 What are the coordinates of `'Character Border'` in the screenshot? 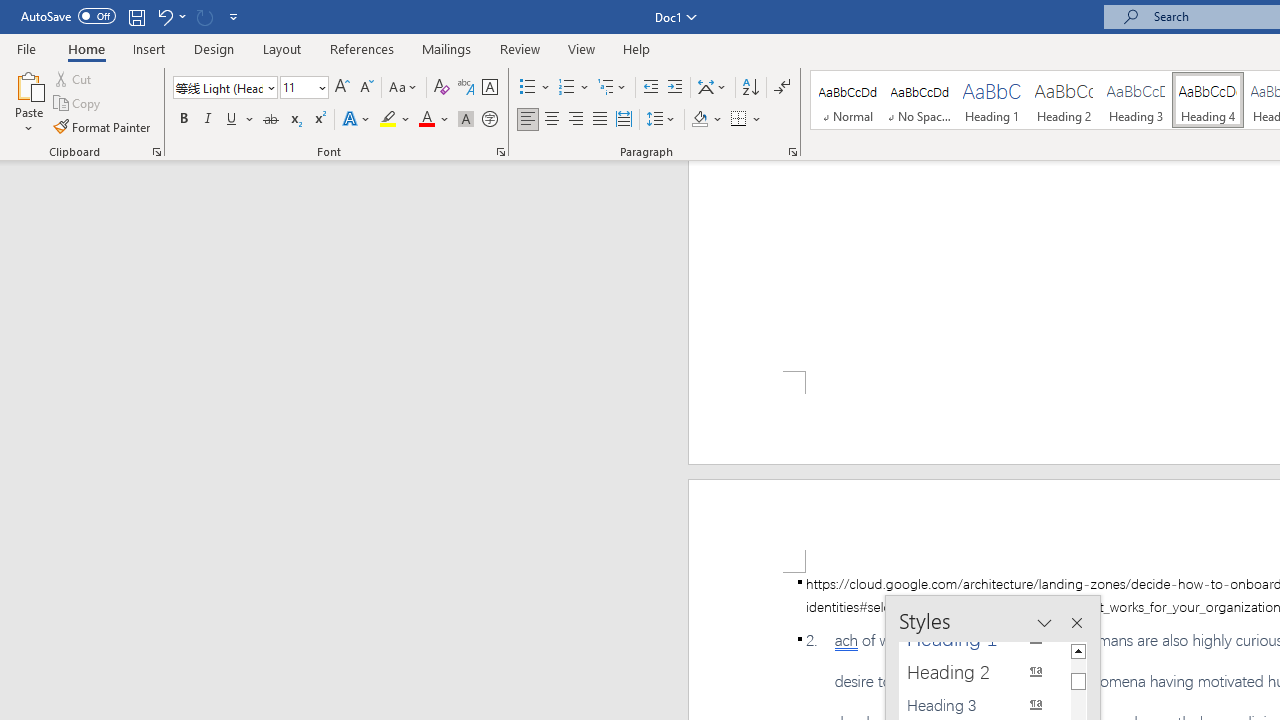 It's located at (489, 86).